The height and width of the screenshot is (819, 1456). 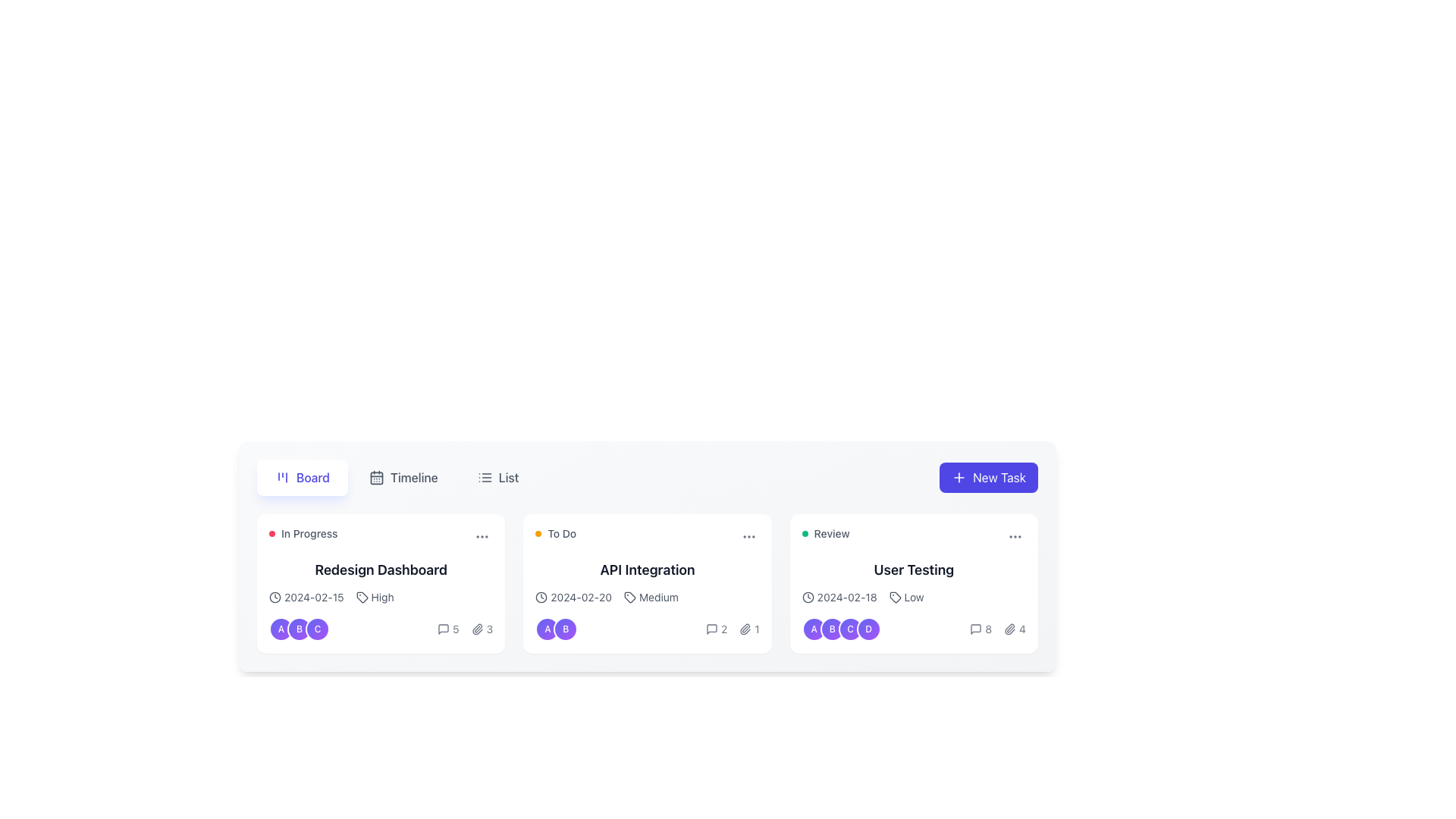 What do you see at coordinates (447, 629) in the screenshot?
I see `the numeral '5' next to the speech bubble icon in the 'Redesign Dashboard' task card` at bounding box center [447, 629].